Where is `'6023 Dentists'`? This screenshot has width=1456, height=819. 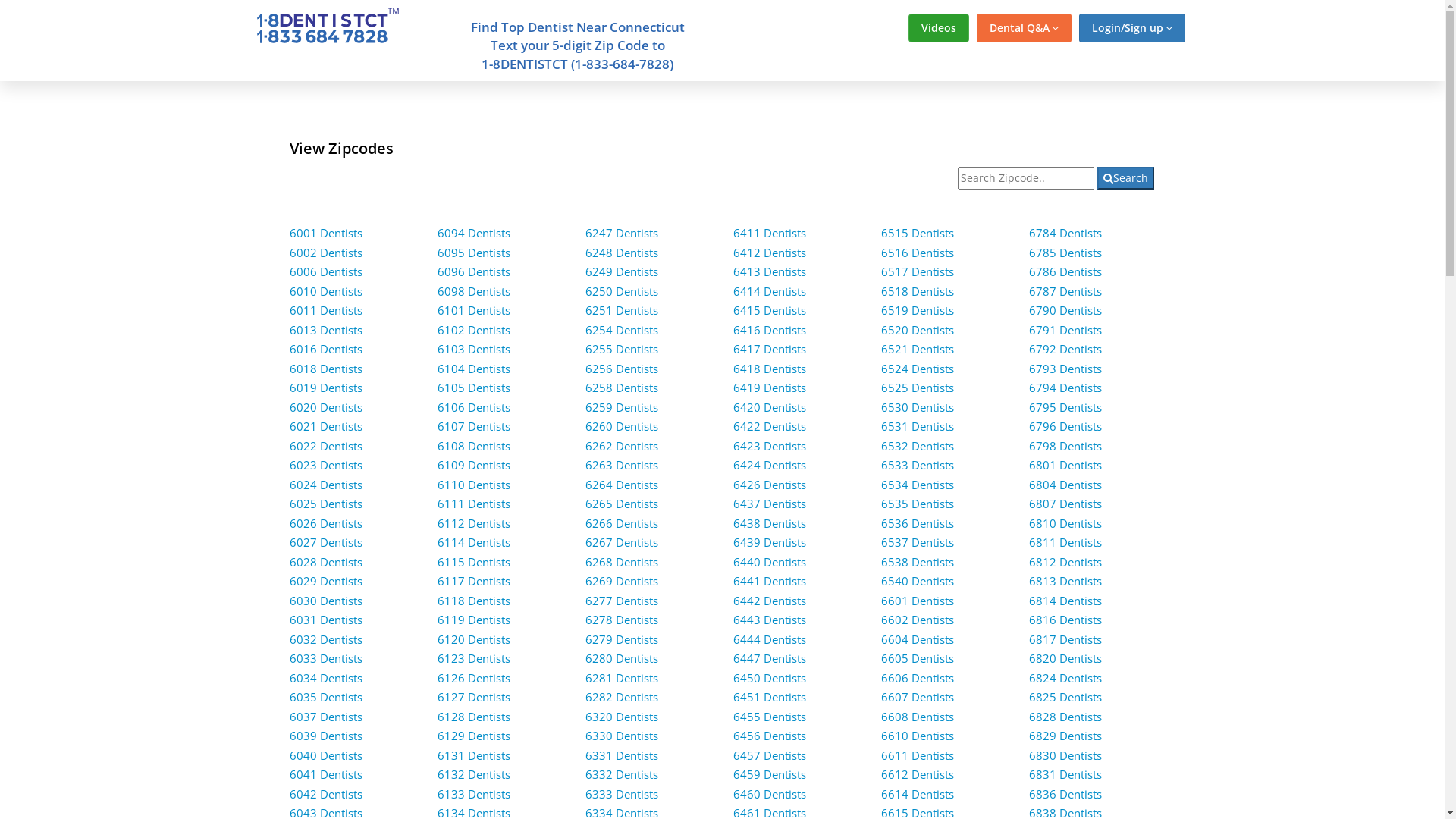 '6023 Dentists' is located at coordinates (325, 464).